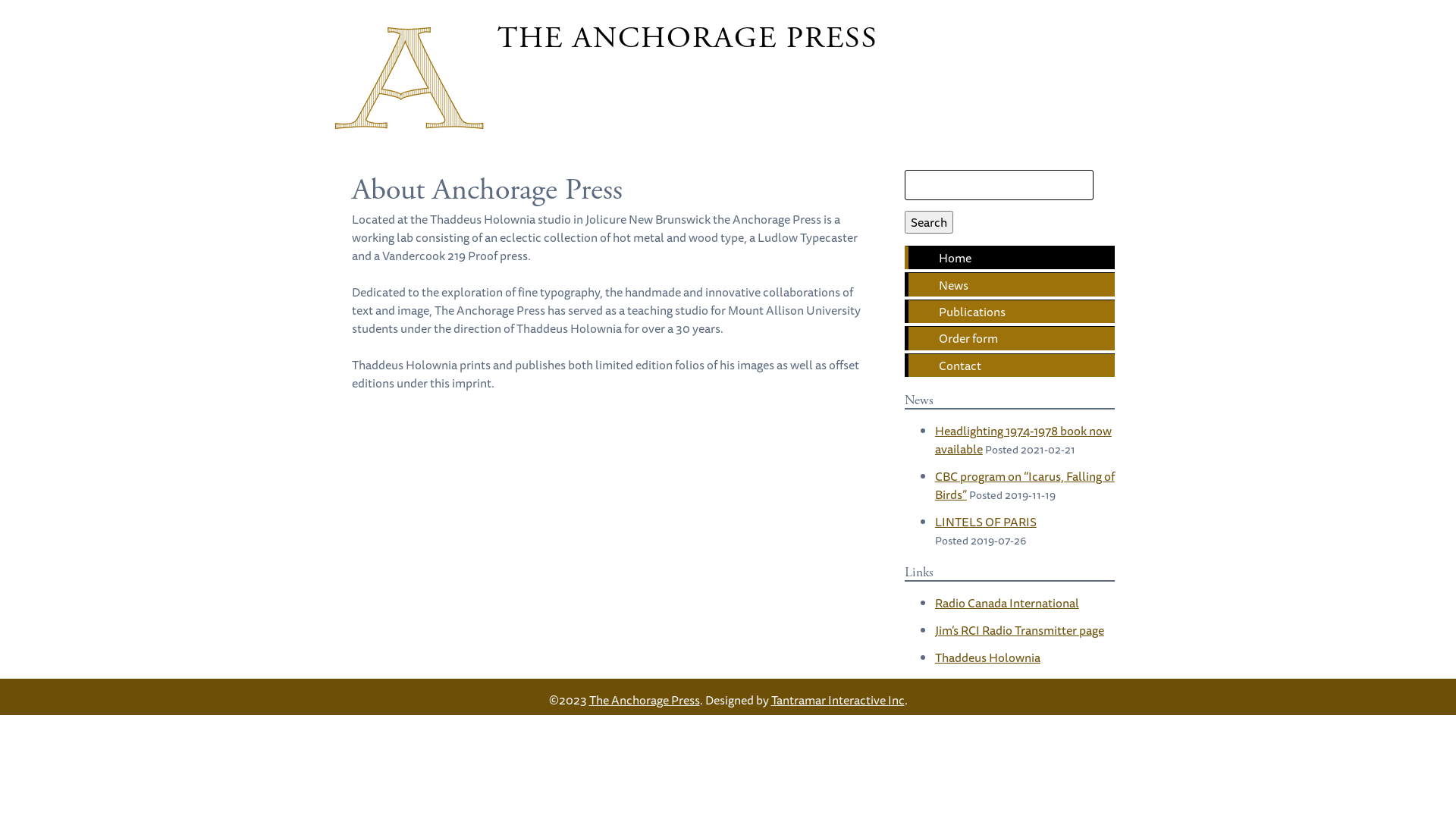 The height and width of the screenshot is (819, 1456). What do you see at coordinates (1007, 601) in the screenshot?
I see `'Radio Canada International'` at bounding box center [1007, 601].